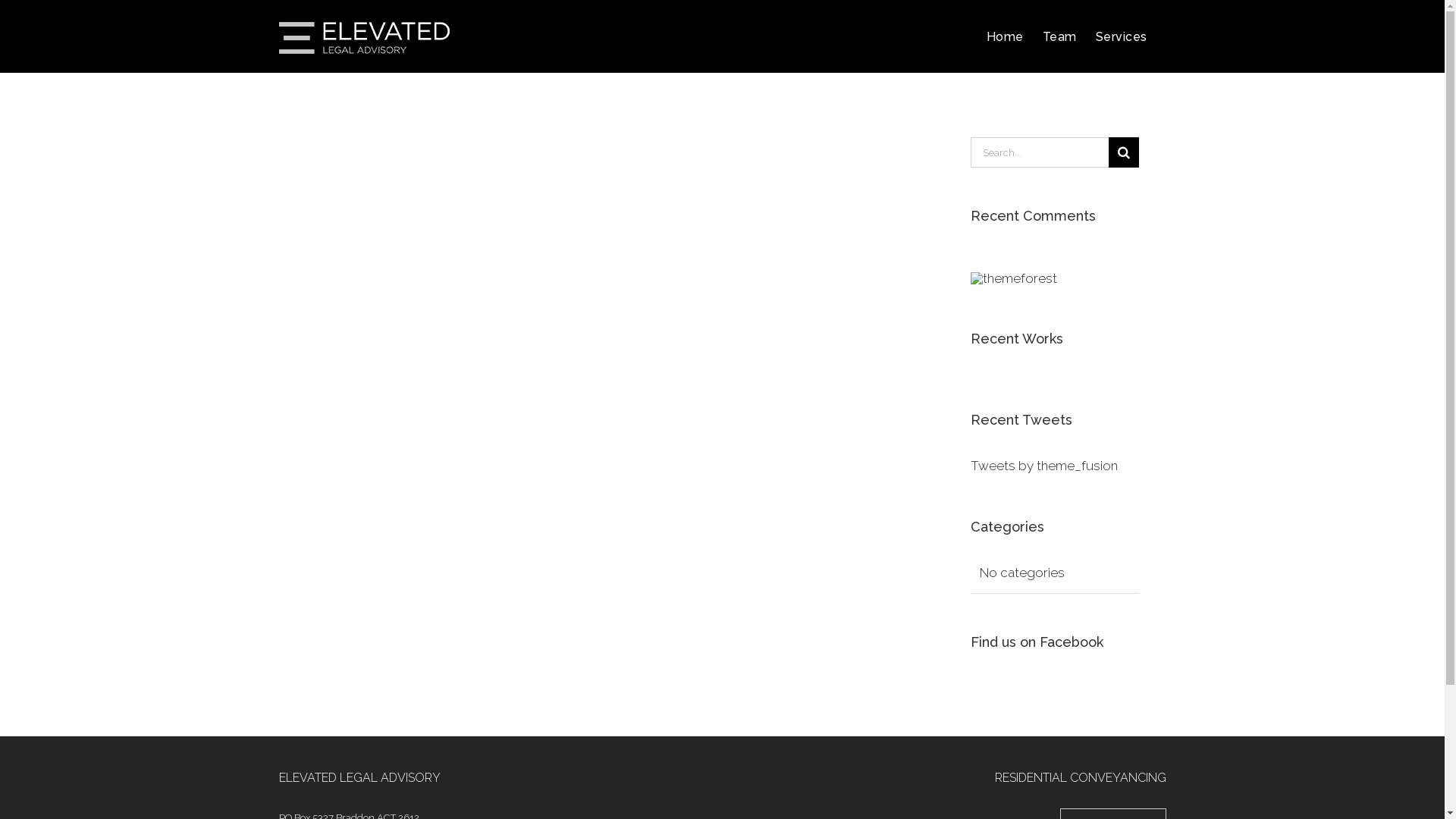 This screenshot has width=1456, height=819. Describe the element at coordinates (1043, 464) in the screenshot. I see `'Tweets by theme_fusion'` at that location.